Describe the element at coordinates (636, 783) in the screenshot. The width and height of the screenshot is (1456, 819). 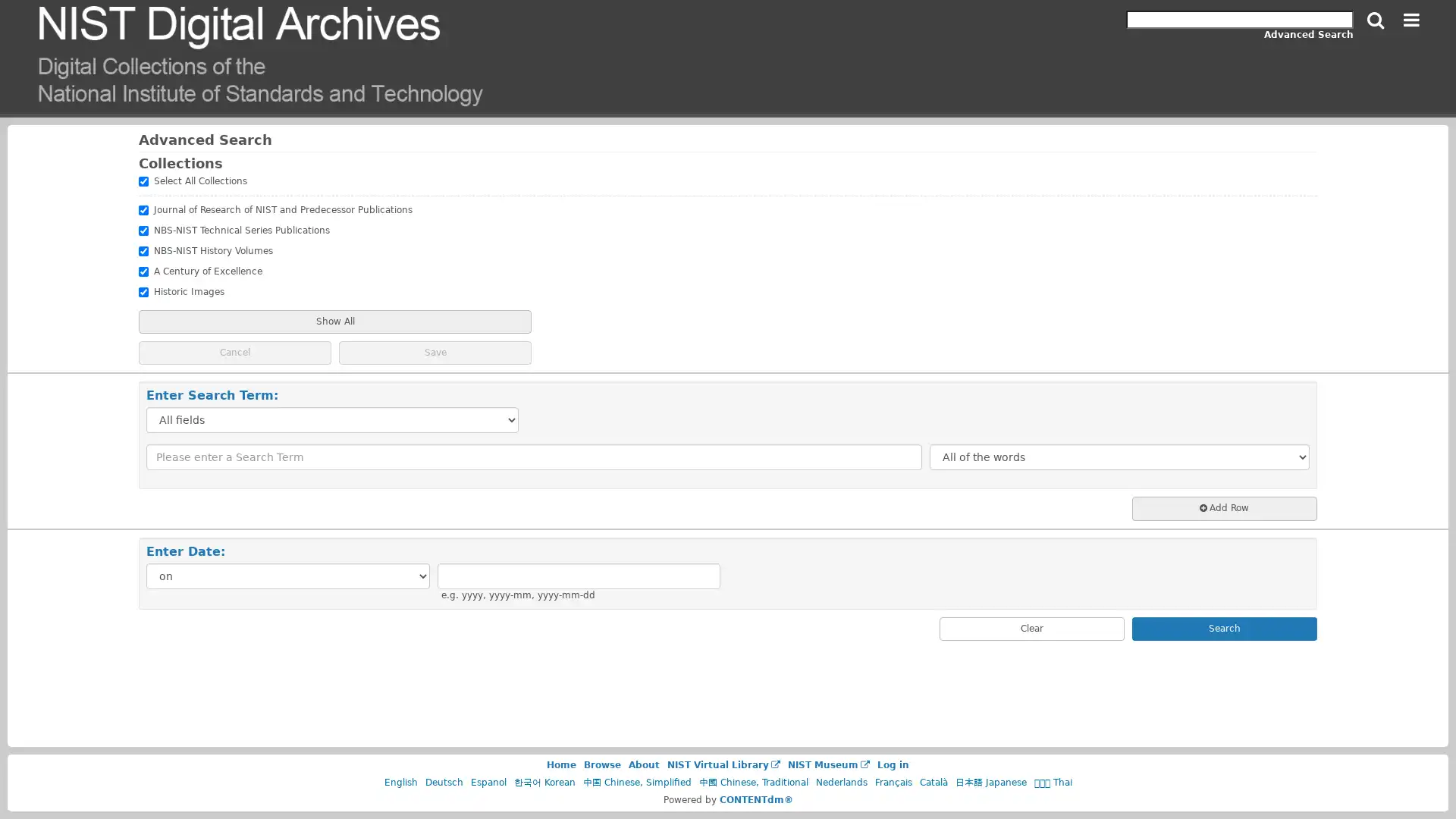
I see `Chinese, Simplified` at that location.